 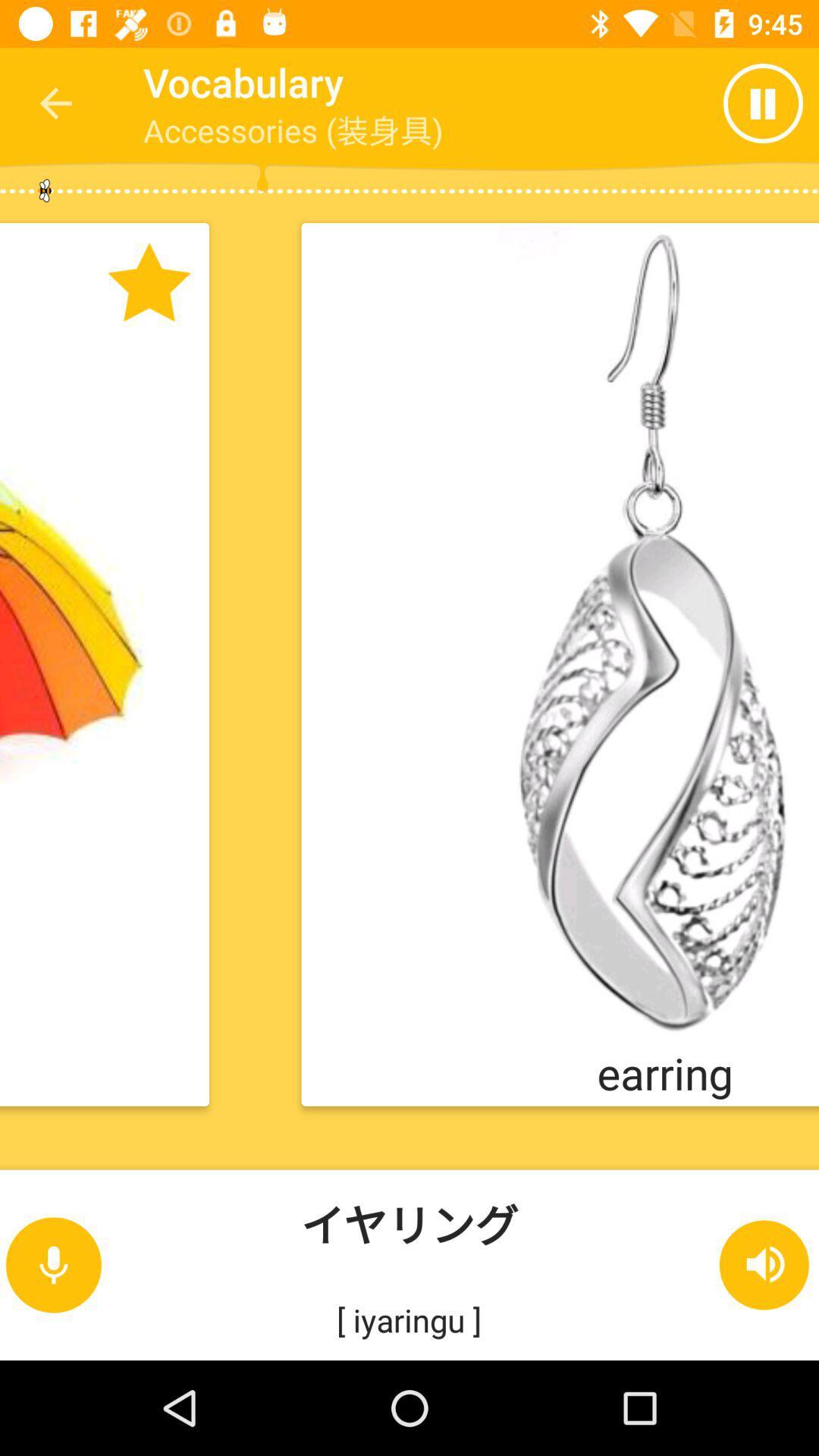 What do you see at coordinates (765, 1265) in the screenshot?
I see `the volume icon` at bounding box center [765, 1265].